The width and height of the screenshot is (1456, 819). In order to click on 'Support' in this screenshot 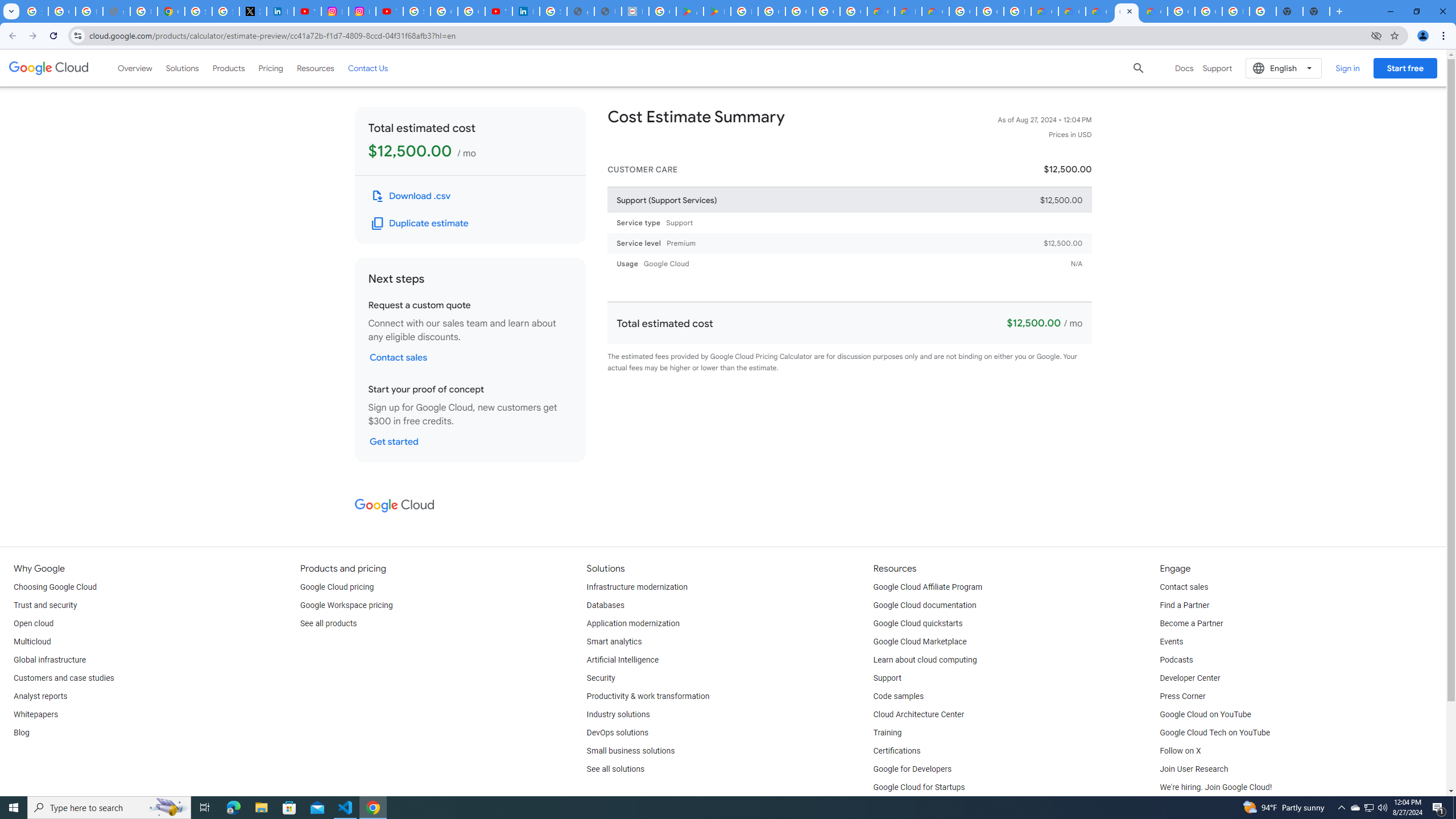, I will do `click(887, 678)`.